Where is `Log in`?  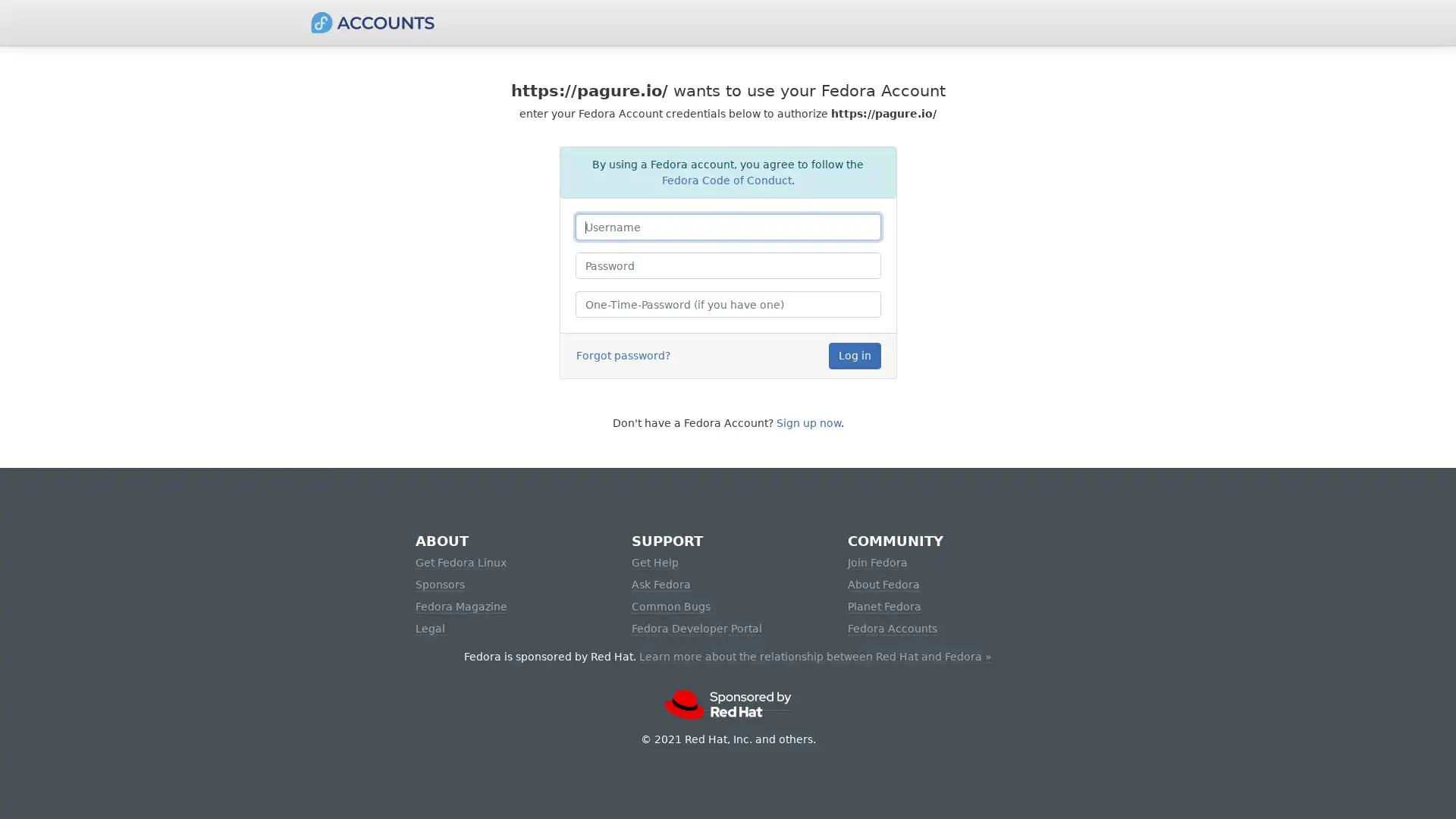
Log in is located at coordinates (854, 356).